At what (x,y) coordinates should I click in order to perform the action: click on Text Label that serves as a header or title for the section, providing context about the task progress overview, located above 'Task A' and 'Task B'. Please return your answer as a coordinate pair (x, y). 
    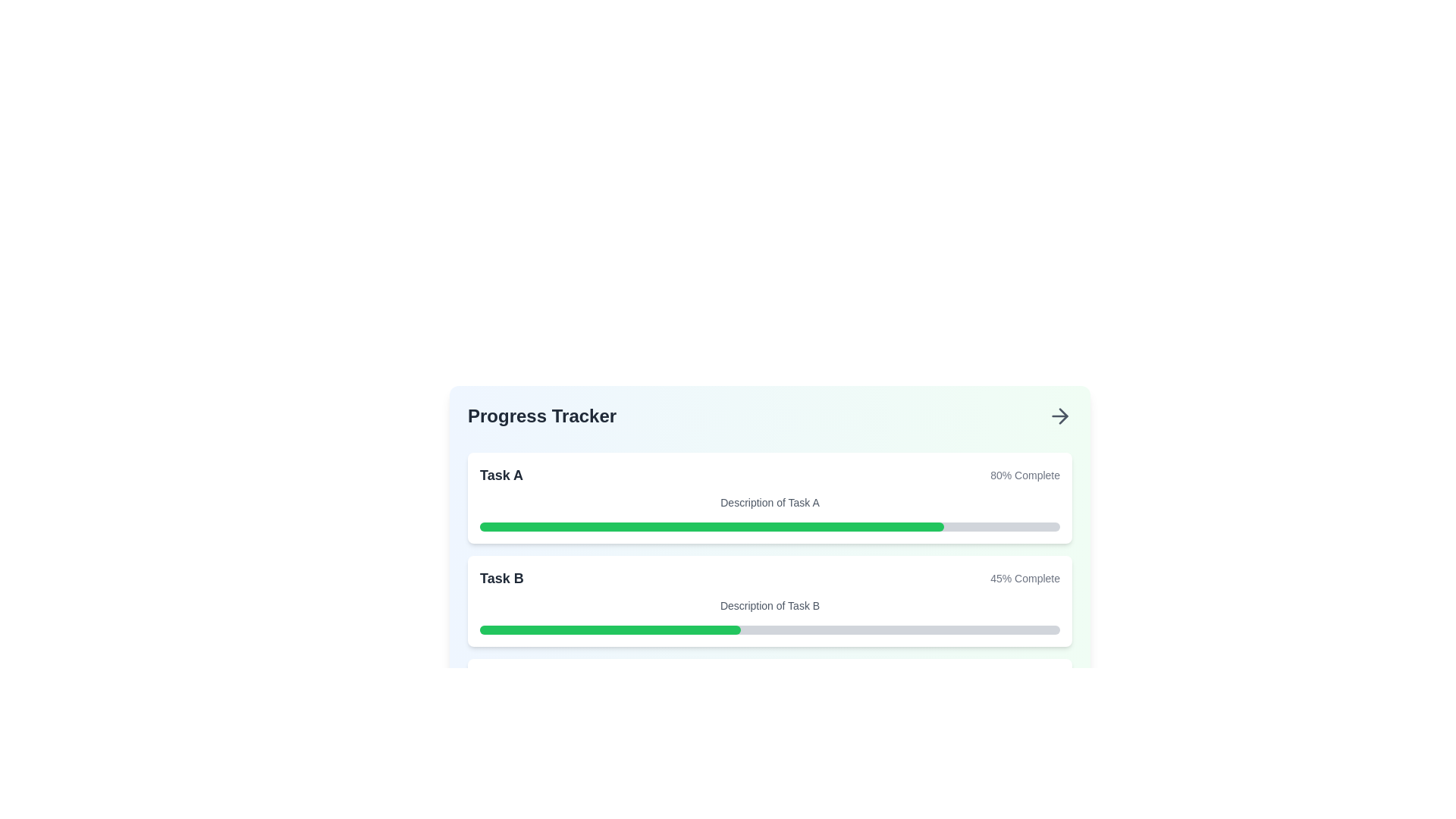
    Looking at the image, I should click on (542, 416).